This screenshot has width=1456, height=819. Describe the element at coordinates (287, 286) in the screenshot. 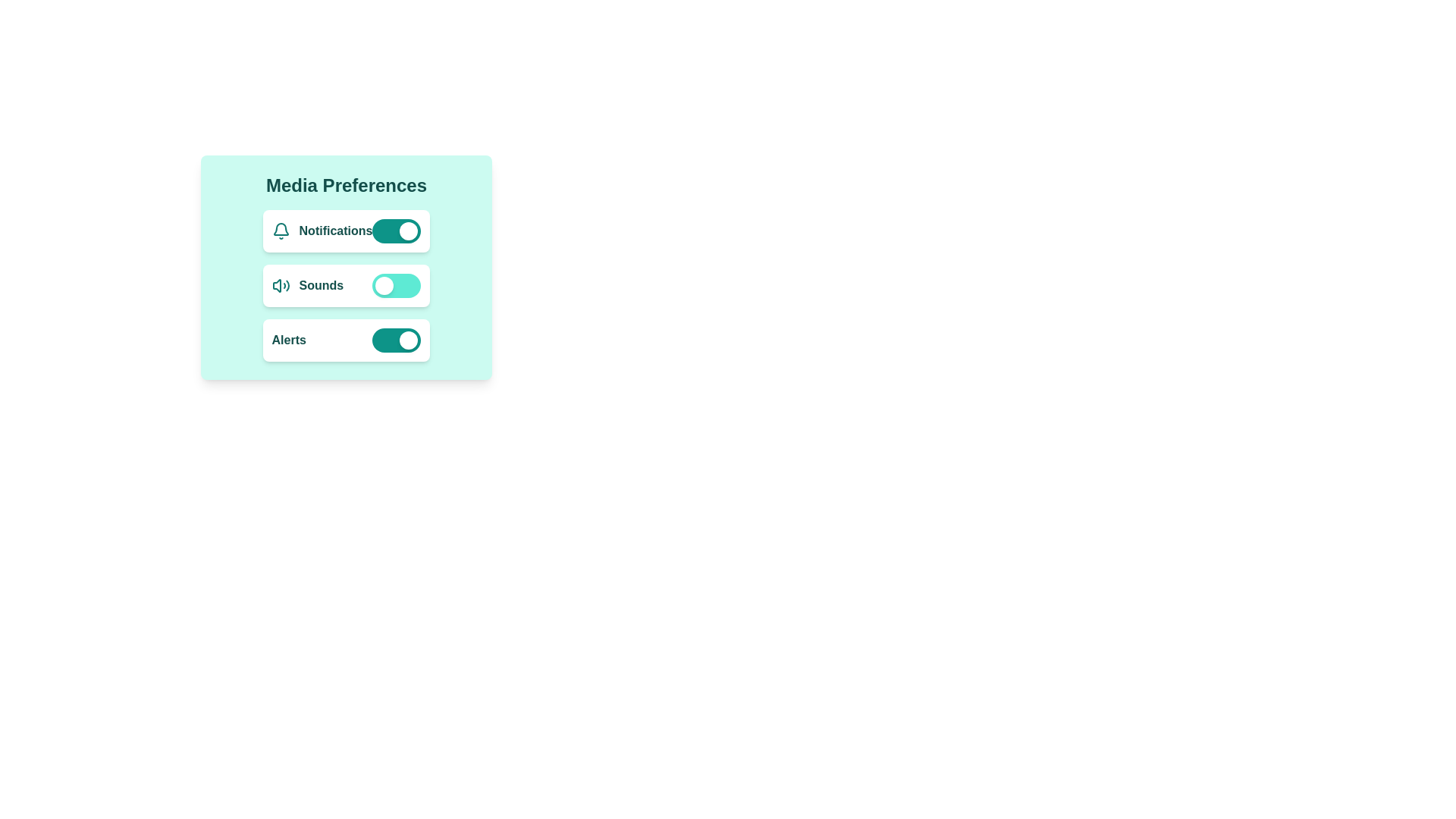

I see `the rightmost arc-like graphical icon in the 'Sounds' preference section of the Media Preferences card, which visually conveys volume or sound-related information` at that location.